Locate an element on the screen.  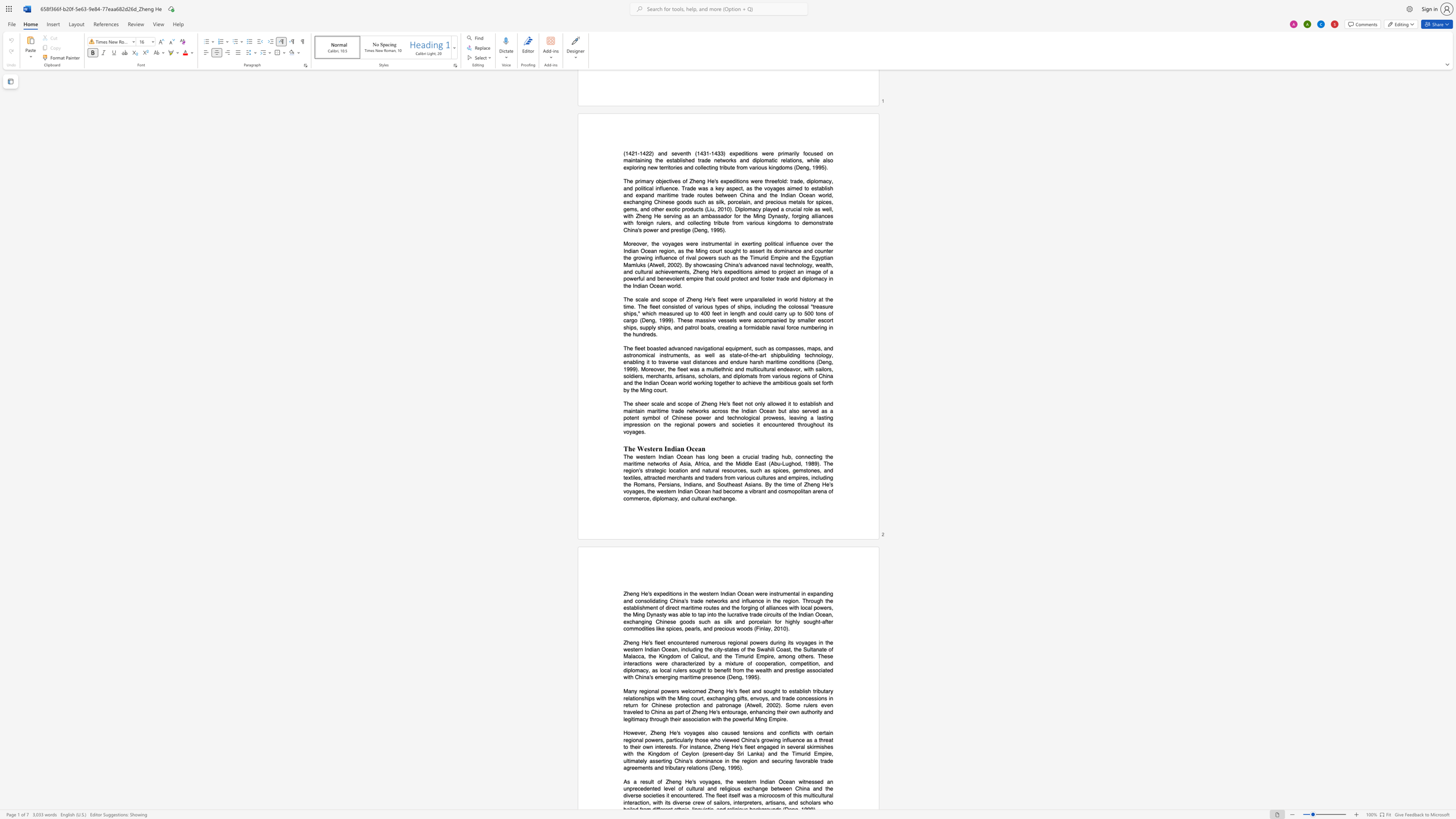
the subset text "reements and tributary relations (Deng, 199" within the text "China" is located at coordinates (630, 768).